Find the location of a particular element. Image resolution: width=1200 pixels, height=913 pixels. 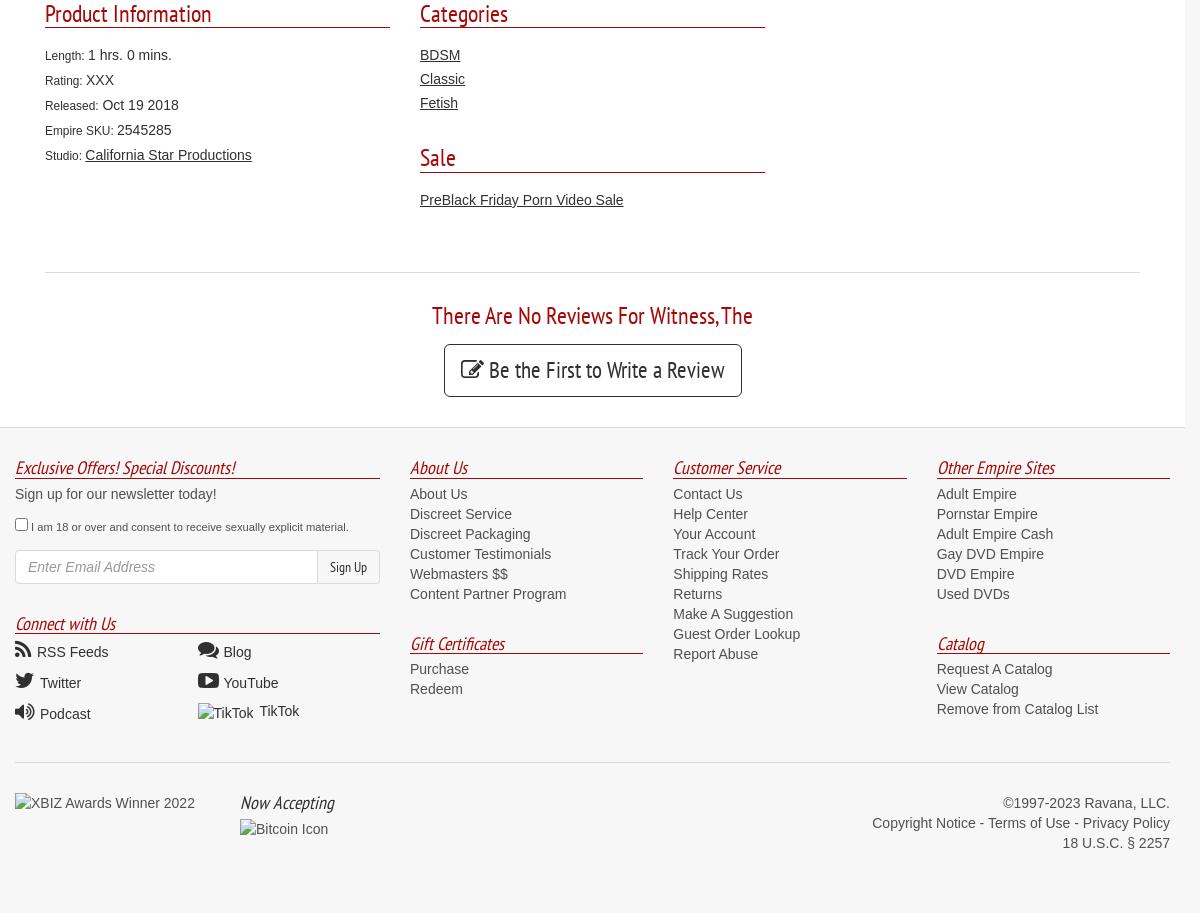

'Sale' is located at coordinates (438, 156).